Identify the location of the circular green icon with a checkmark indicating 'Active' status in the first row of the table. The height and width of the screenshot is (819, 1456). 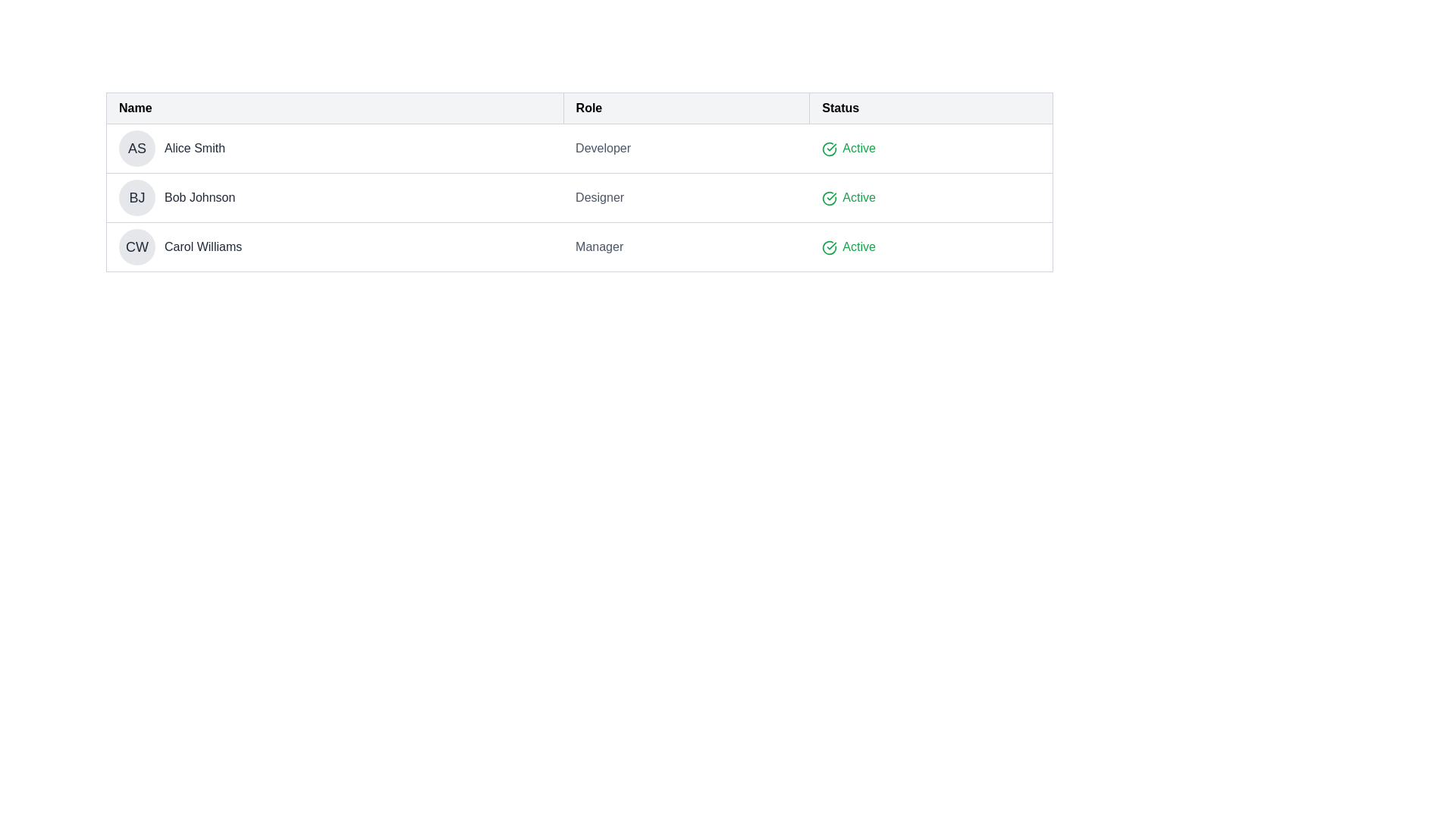
(828, 246).